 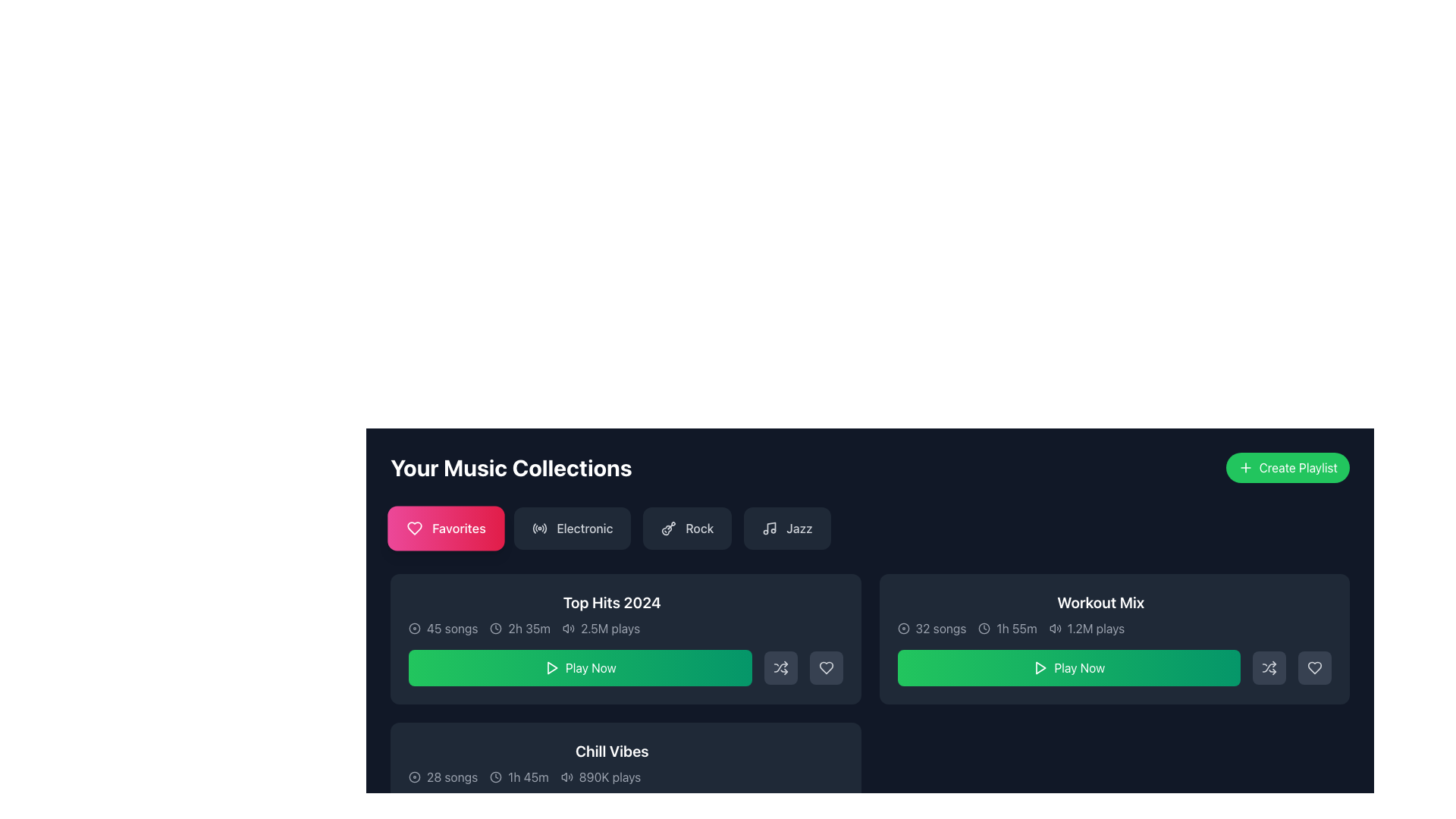 I want to click on the 'Create New Playlist' button located at the top-right corner of the 'Your Music Collections' section, so click(x=1287, y=467).